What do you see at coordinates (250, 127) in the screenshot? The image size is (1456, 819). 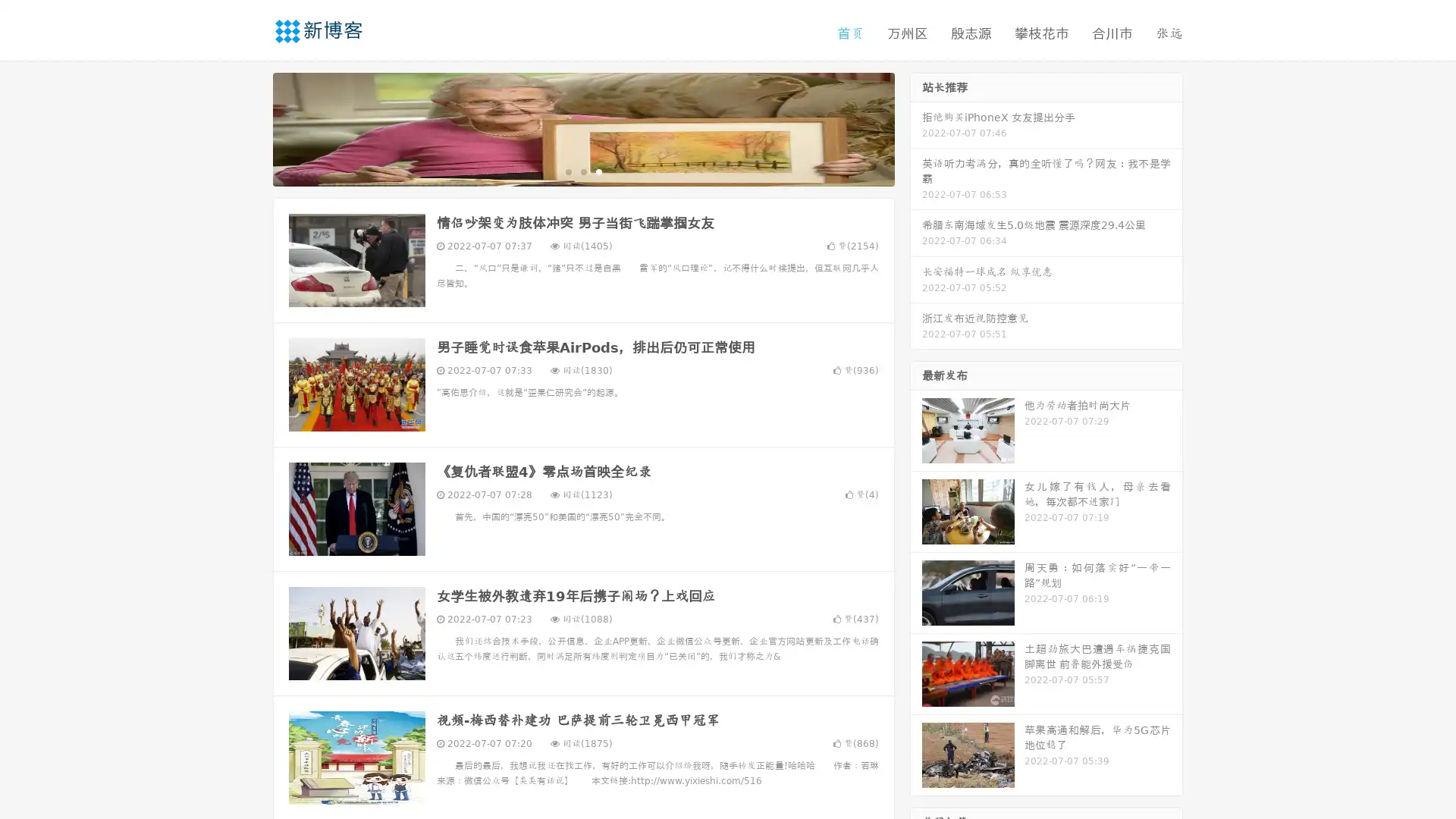 I see `Previous slide` at bounding box center [250, 127].